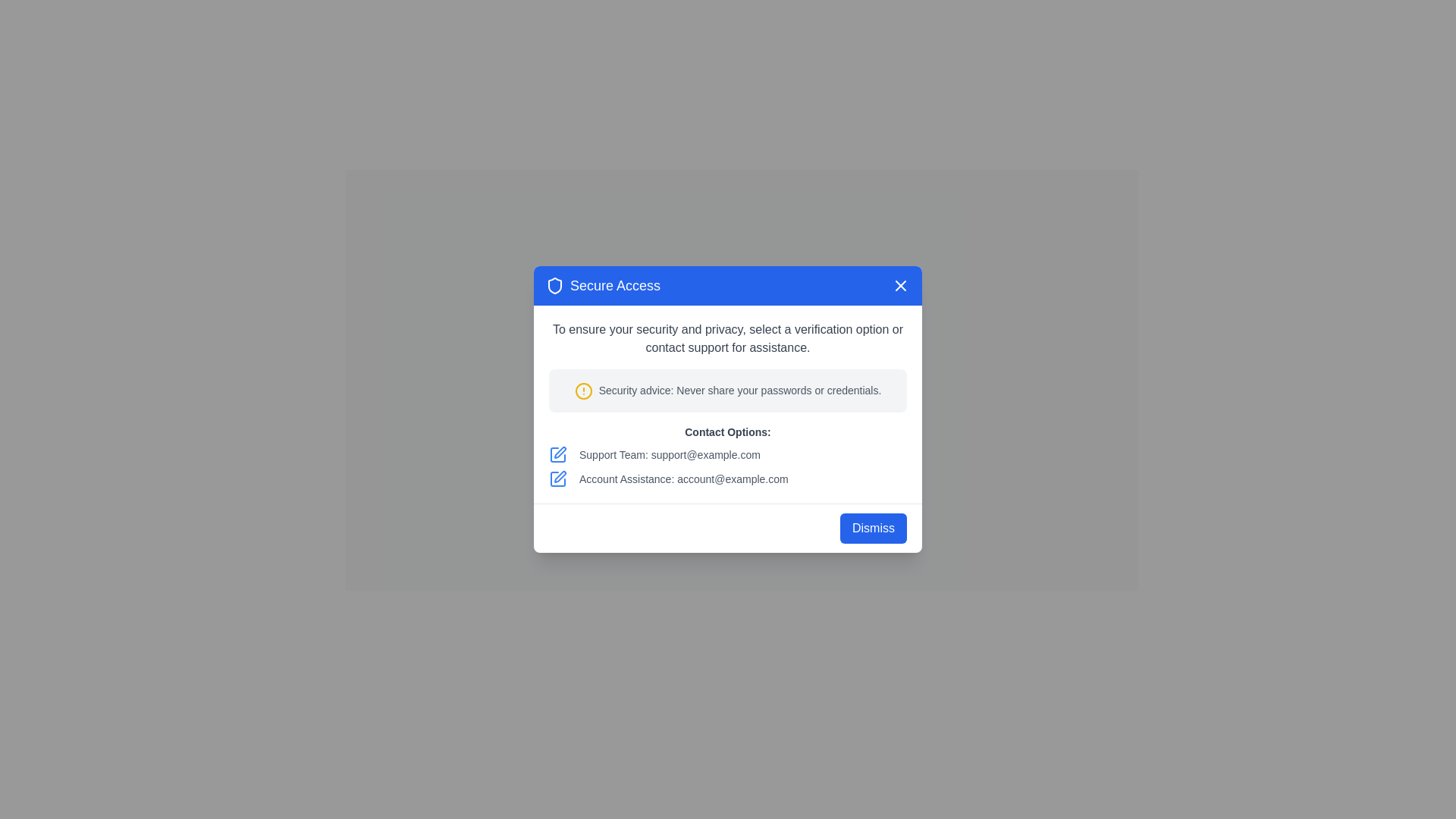 This screenshot has width=1456, height=819. Describe the element at coordinates (901, 286) in the screenshot. I see `the small 'X' button located in the top-right corner of the blue header labeled 'Secure Access'` at that location.